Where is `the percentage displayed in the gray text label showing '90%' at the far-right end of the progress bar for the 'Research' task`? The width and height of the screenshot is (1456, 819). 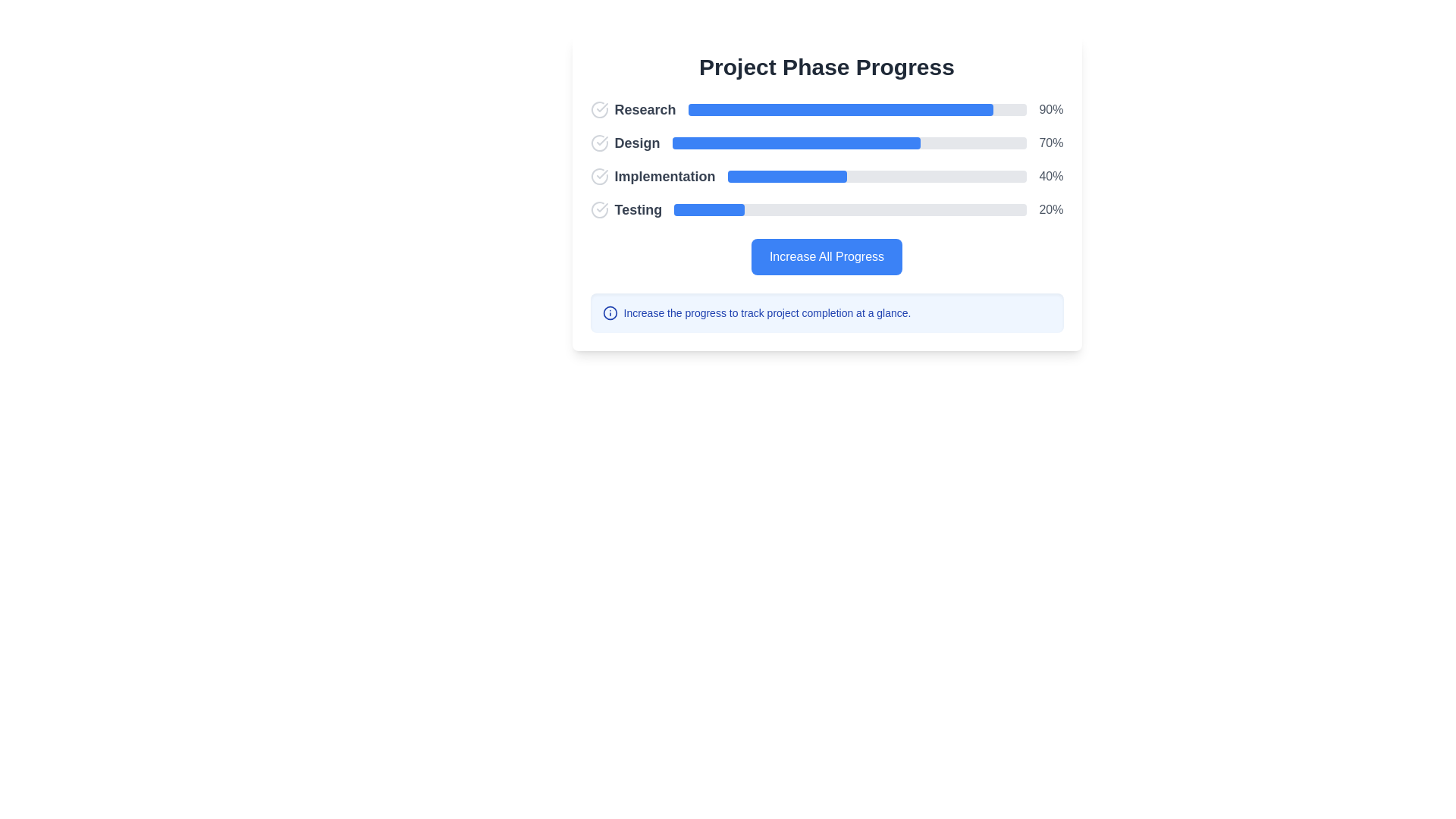
the percentage displayed in the gray text label showing '90%' at the far-right end of the progress bar for the 'Research' task is located at coordinates (1050, 109).